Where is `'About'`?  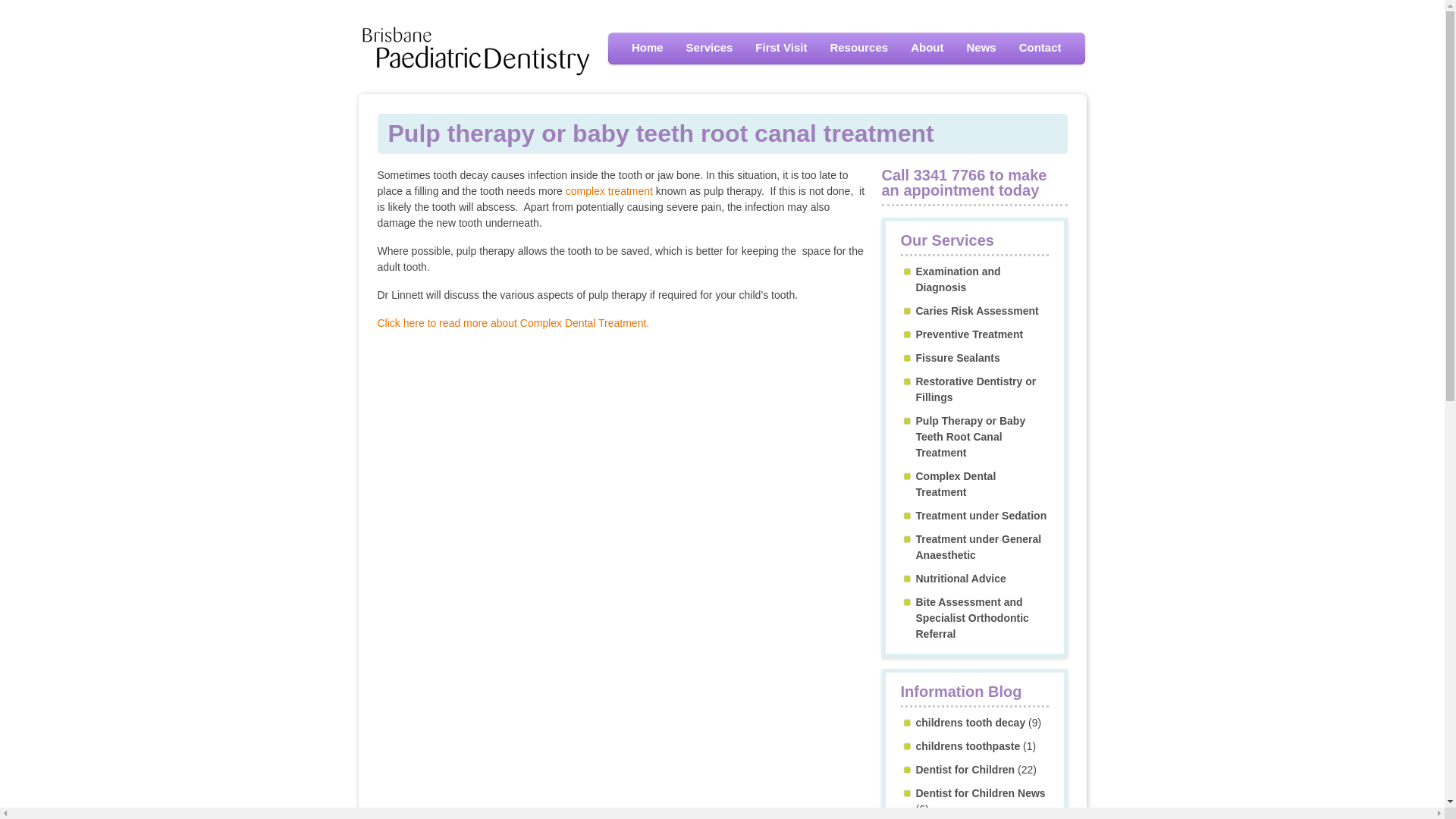
'About' is located at coordinates (926, 46).